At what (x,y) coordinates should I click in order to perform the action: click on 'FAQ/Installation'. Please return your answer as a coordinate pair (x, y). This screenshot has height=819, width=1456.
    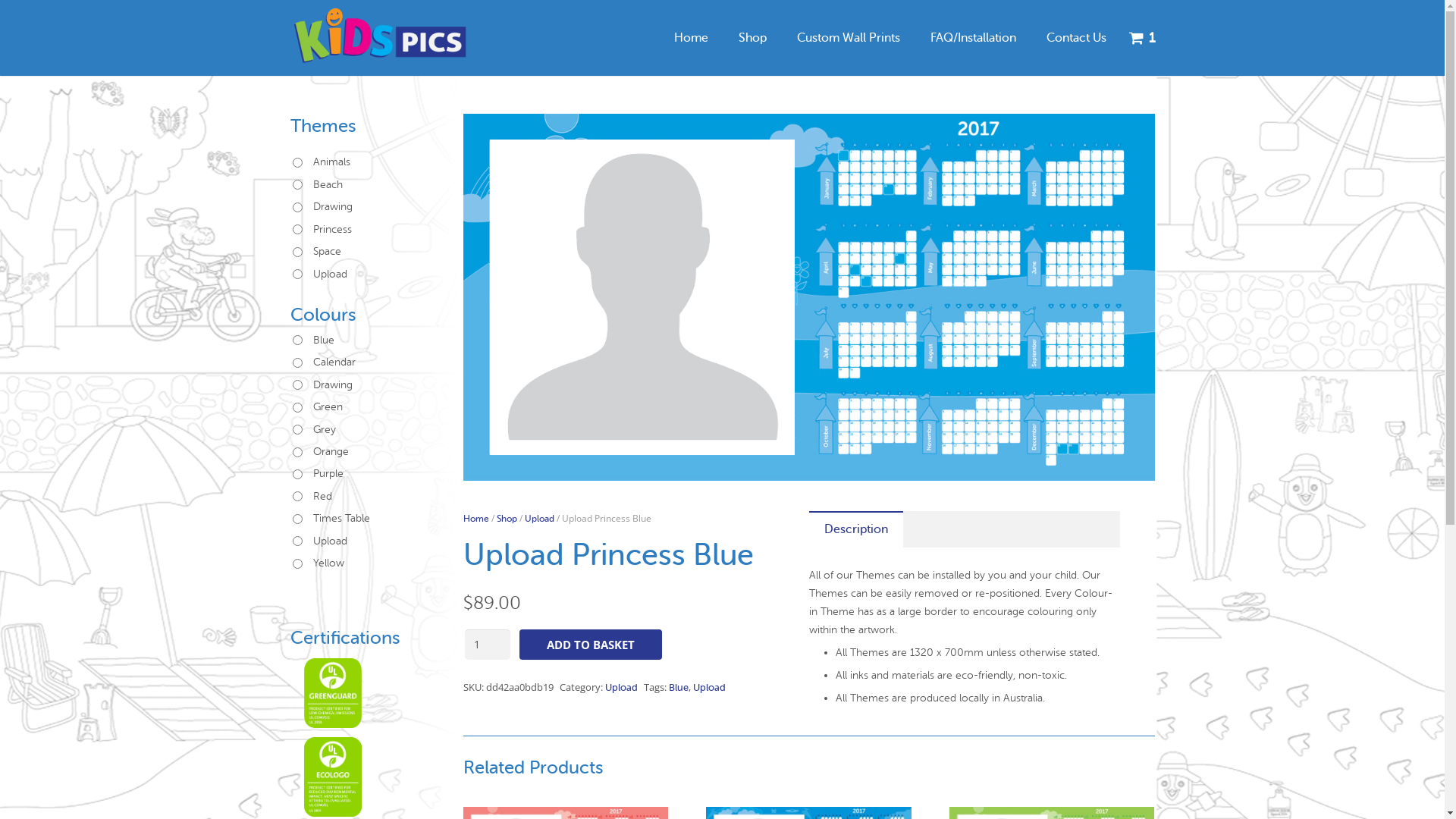
    Looking at the image, I should click on (972, 37).